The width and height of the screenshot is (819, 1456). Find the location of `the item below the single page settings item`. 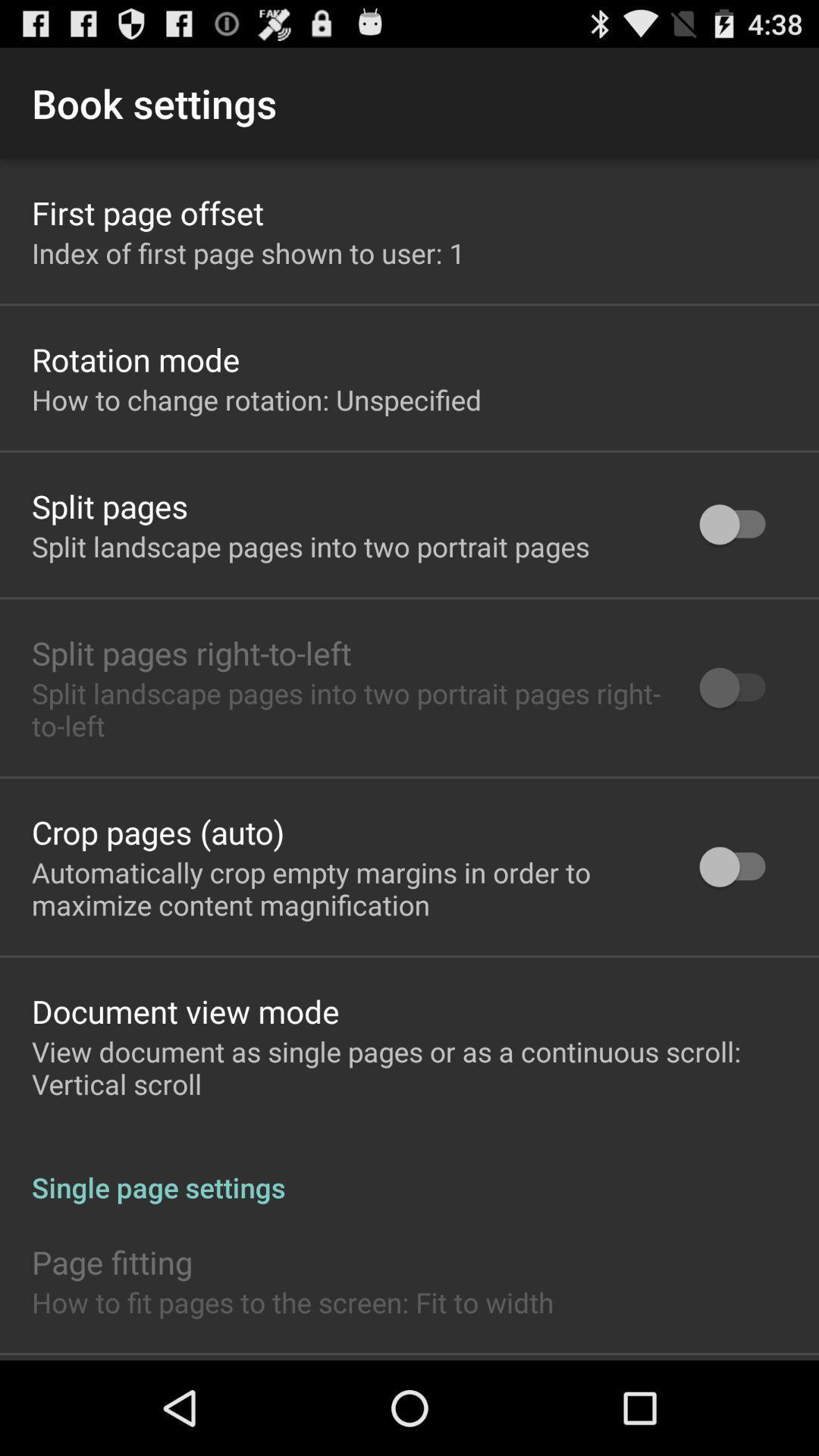

the item below the single page settings item is located at coordinates (111, 1262).